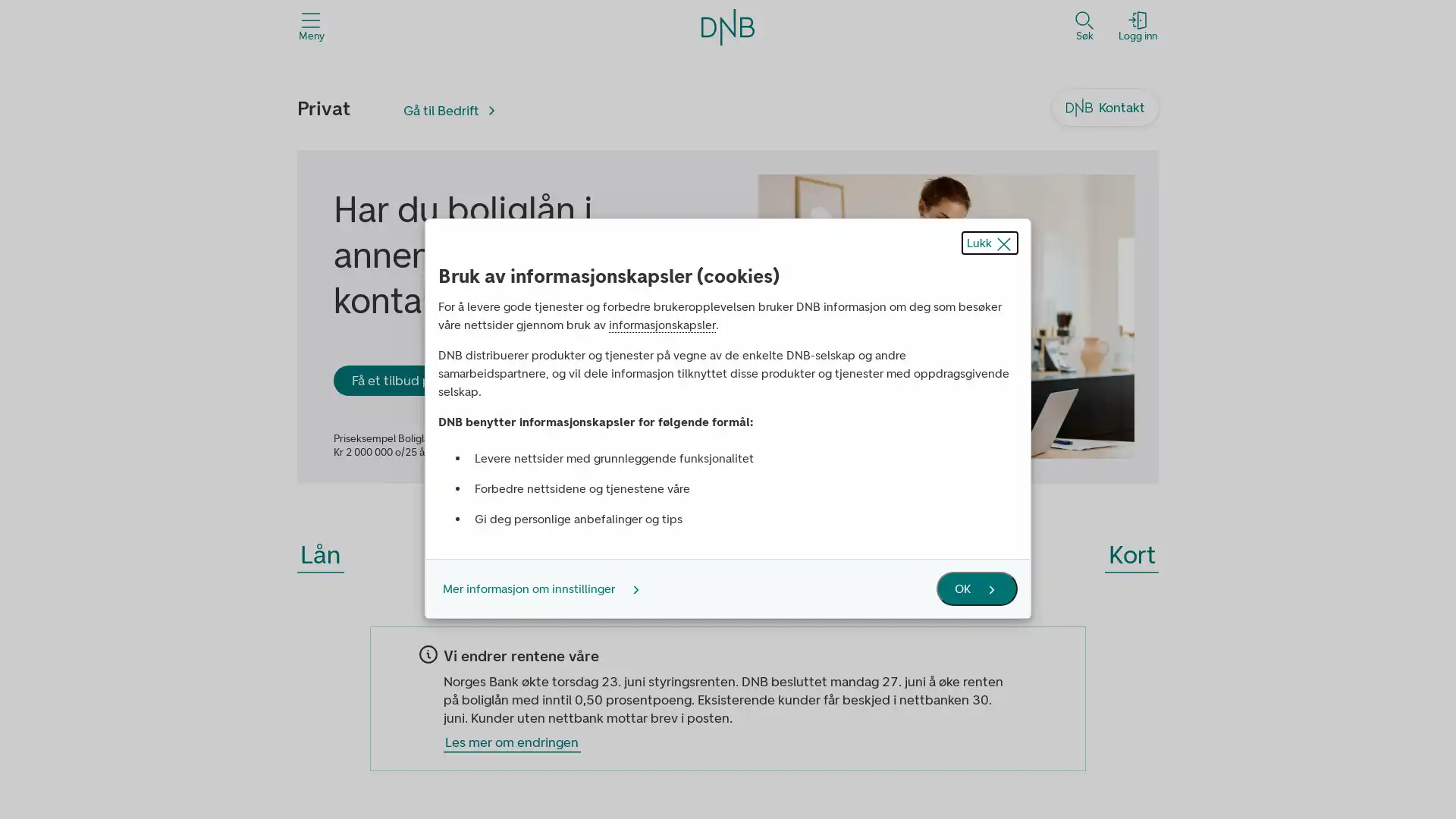  What do you see at coordinates (310, 26) in the screenshot?
I see `Meny` at bounding box center [310, 26].